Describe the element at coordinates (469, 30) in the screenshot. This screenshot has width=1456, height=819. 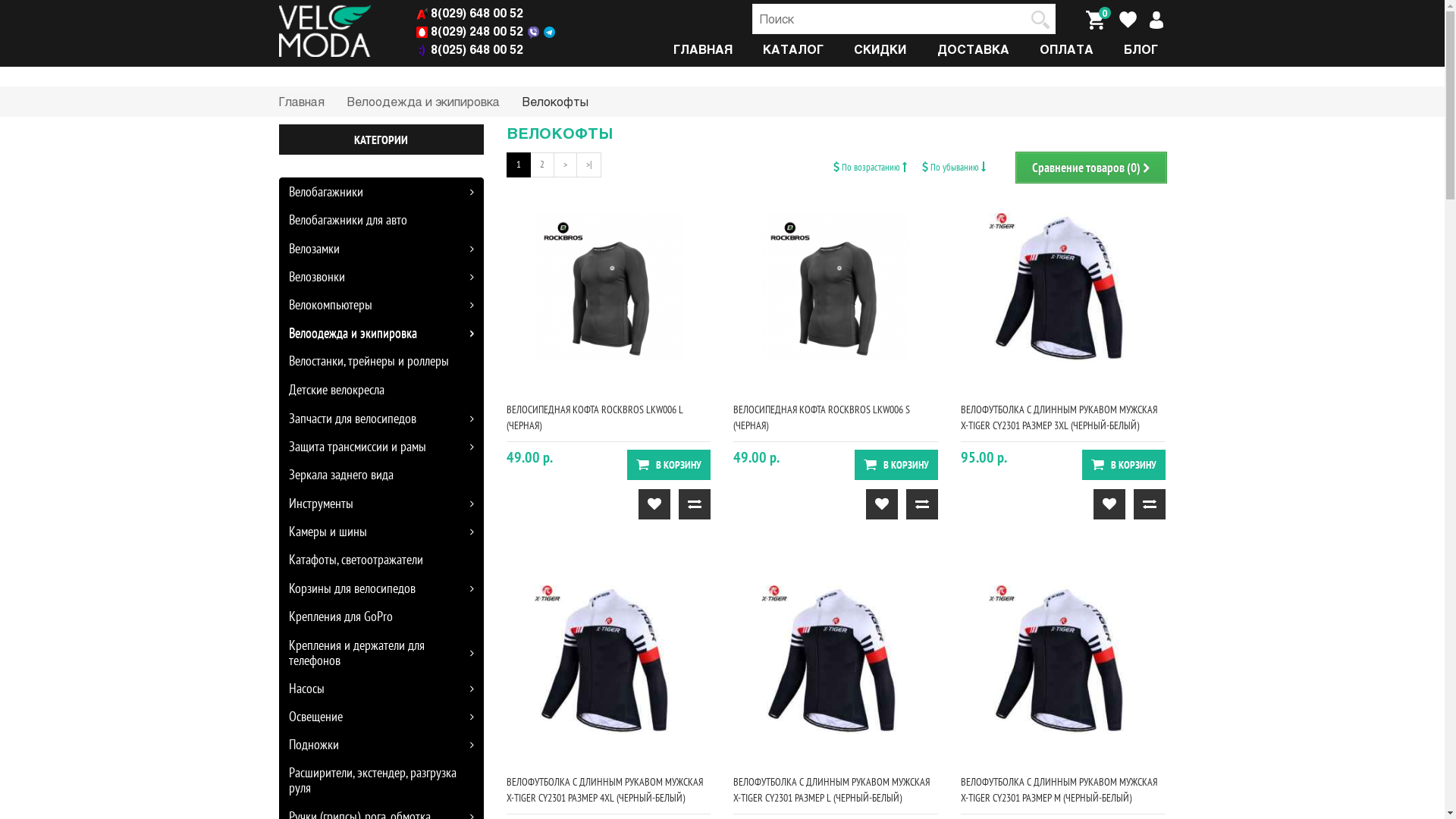
I see `'8(029) 248 00 52'` at that location.